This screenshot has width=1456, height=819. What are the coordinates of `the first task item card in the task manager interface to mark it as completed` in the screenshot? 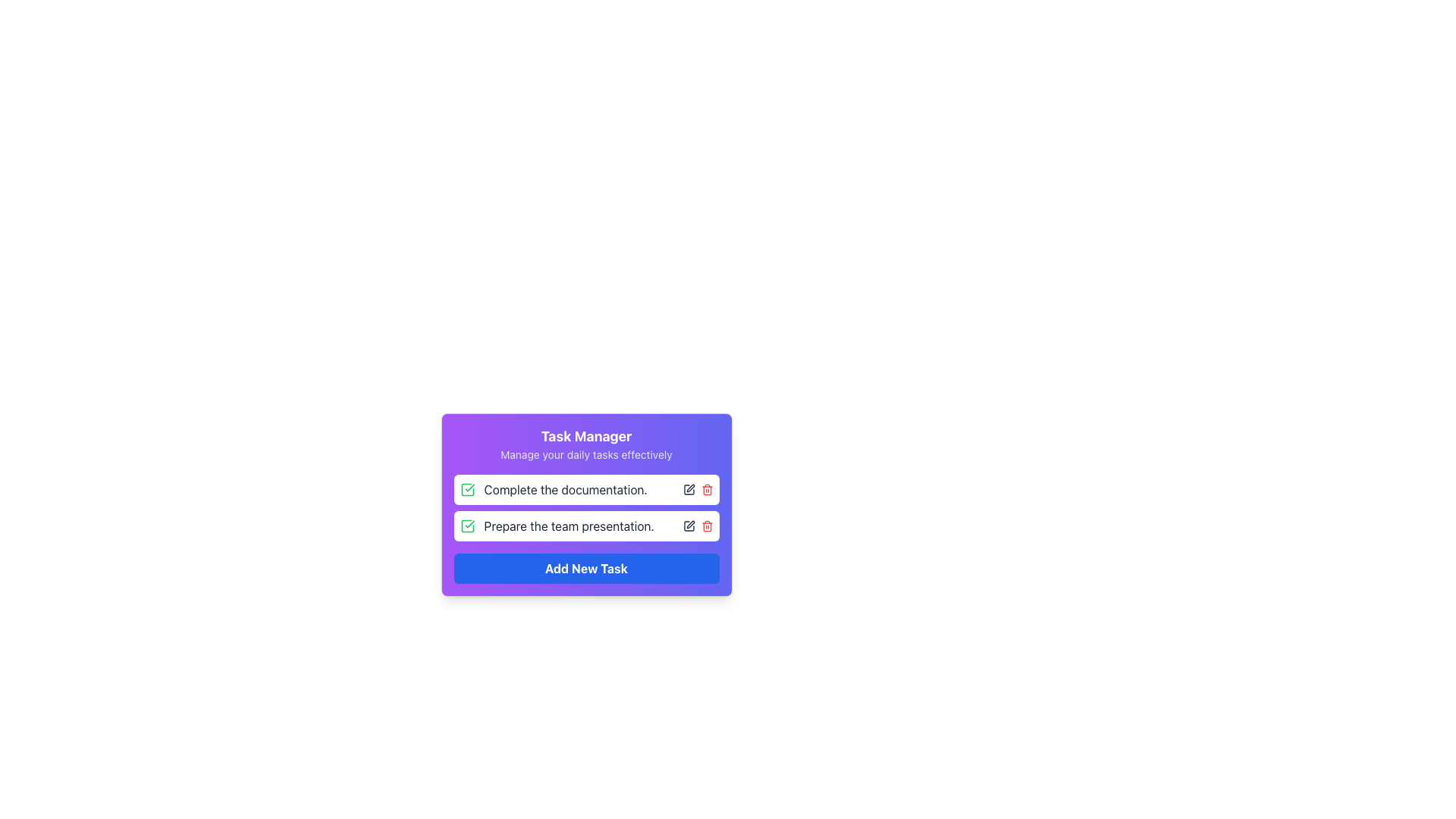 It's located at (585, 489).